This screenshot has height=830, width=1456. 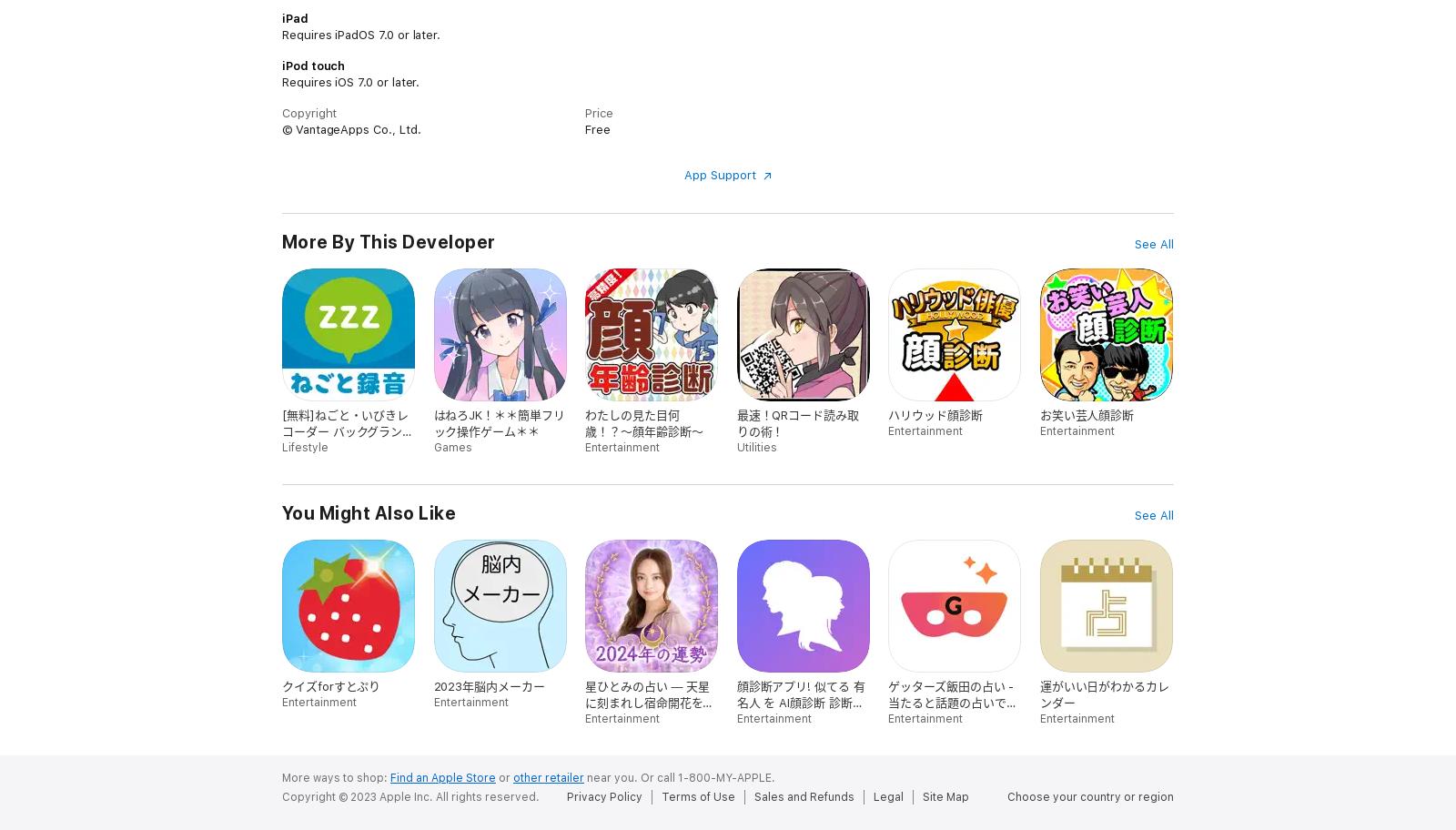 What do you see at coordinates (612, 778) in the screenshot?
I see `'near you.'` at bounding box center [612, 778].